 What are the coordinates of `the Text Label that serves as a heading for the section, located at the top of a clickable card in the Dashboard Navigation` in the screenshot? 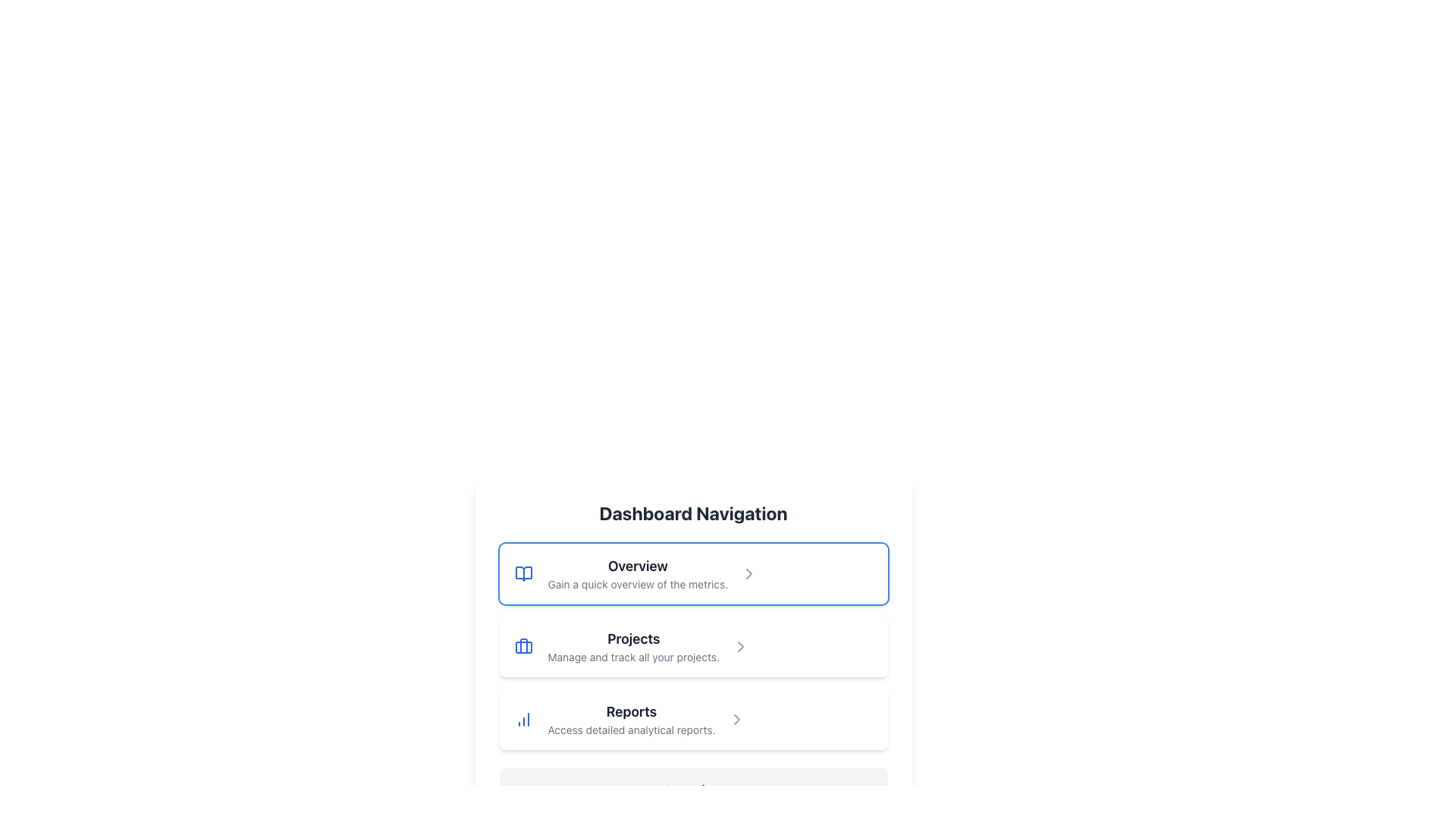 It's located at (638, 566).